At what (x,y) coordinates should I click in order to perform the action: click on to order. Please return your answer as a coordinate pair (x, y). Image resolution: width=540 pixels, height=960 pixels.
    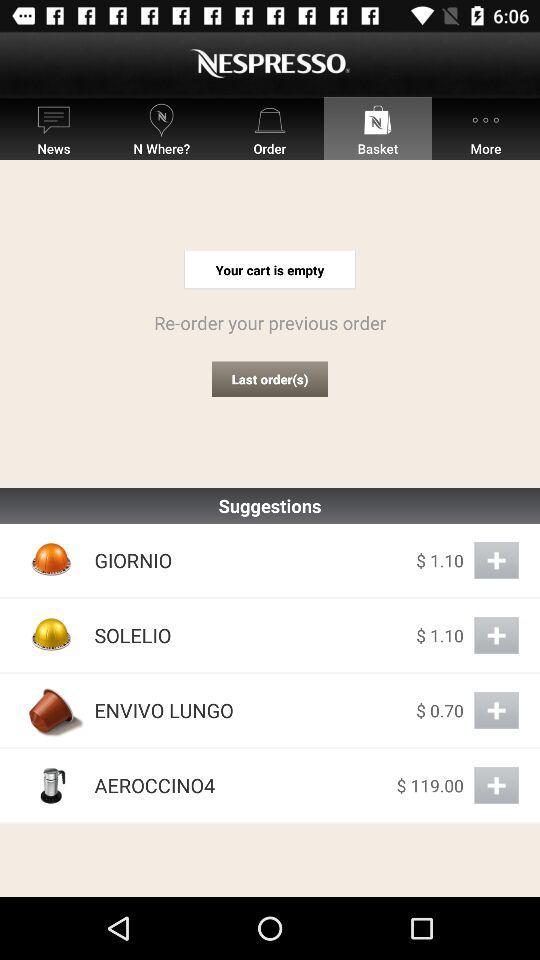
    Looking at the image, I should click on (495, 634).